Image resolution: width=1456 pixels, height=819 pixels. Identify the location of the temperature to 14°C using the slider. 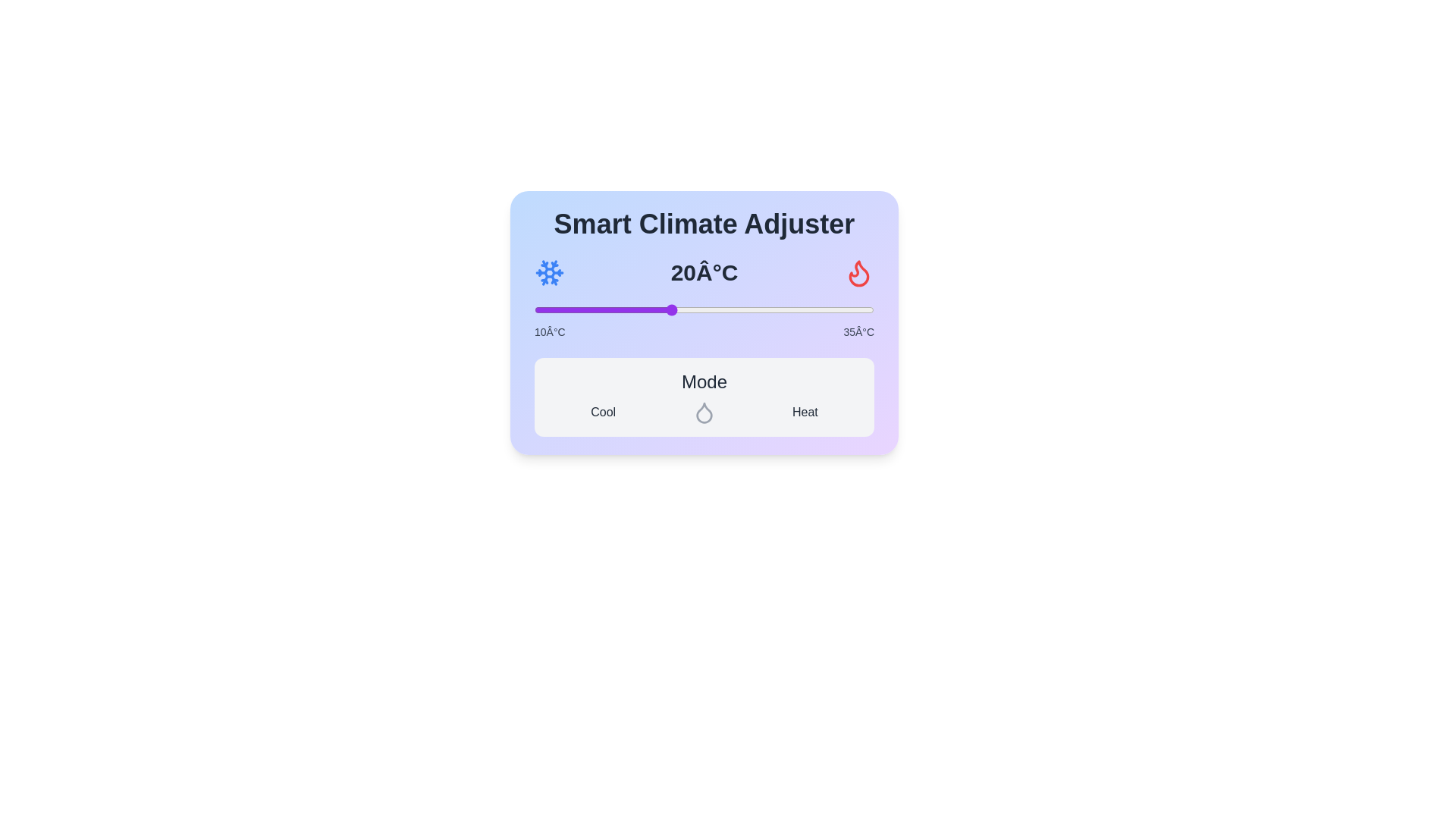
(588, 309).